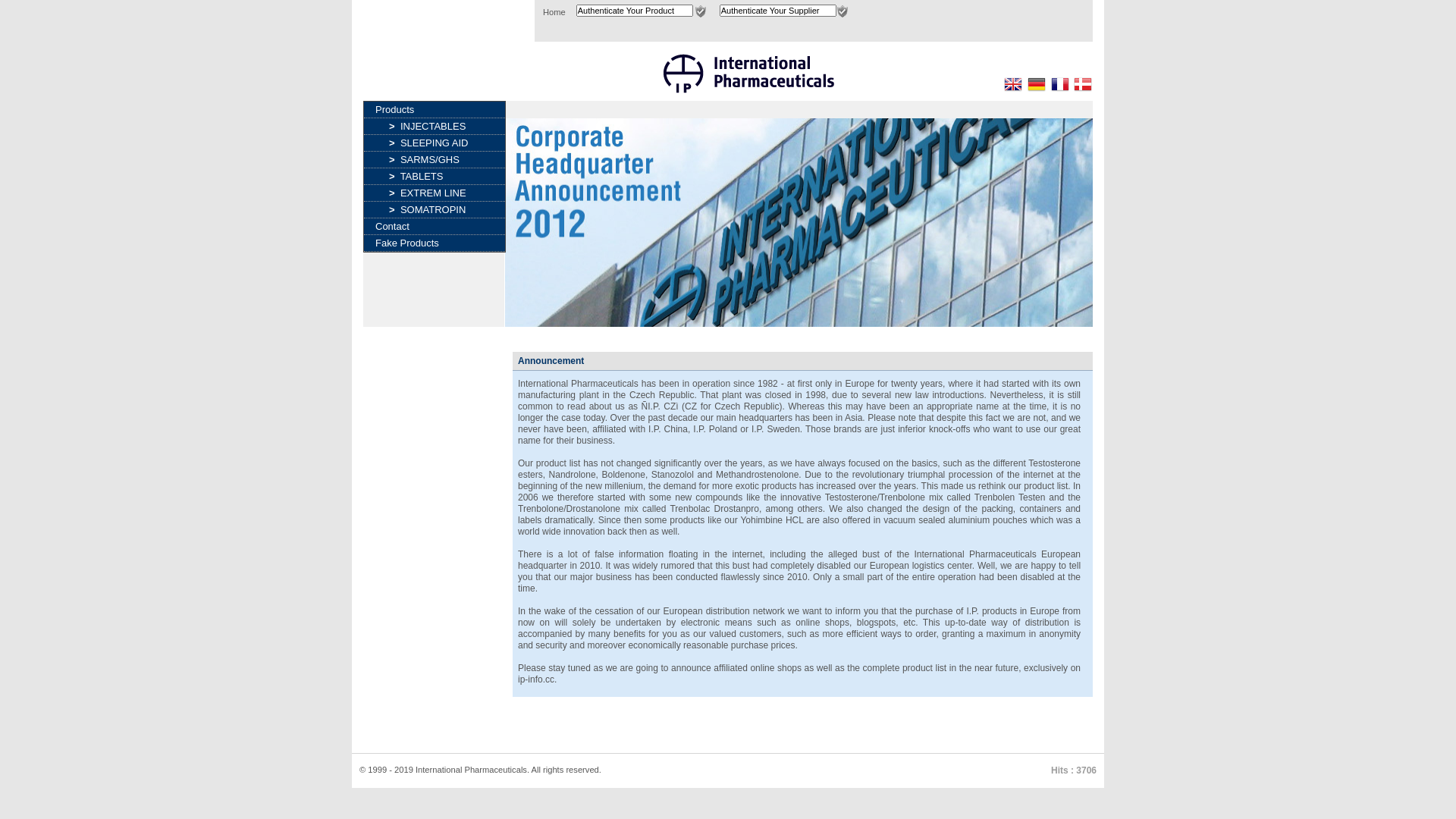 The height and width of the screenshot is (819, 1456). I want to click on 'German', so click(1036, 84).